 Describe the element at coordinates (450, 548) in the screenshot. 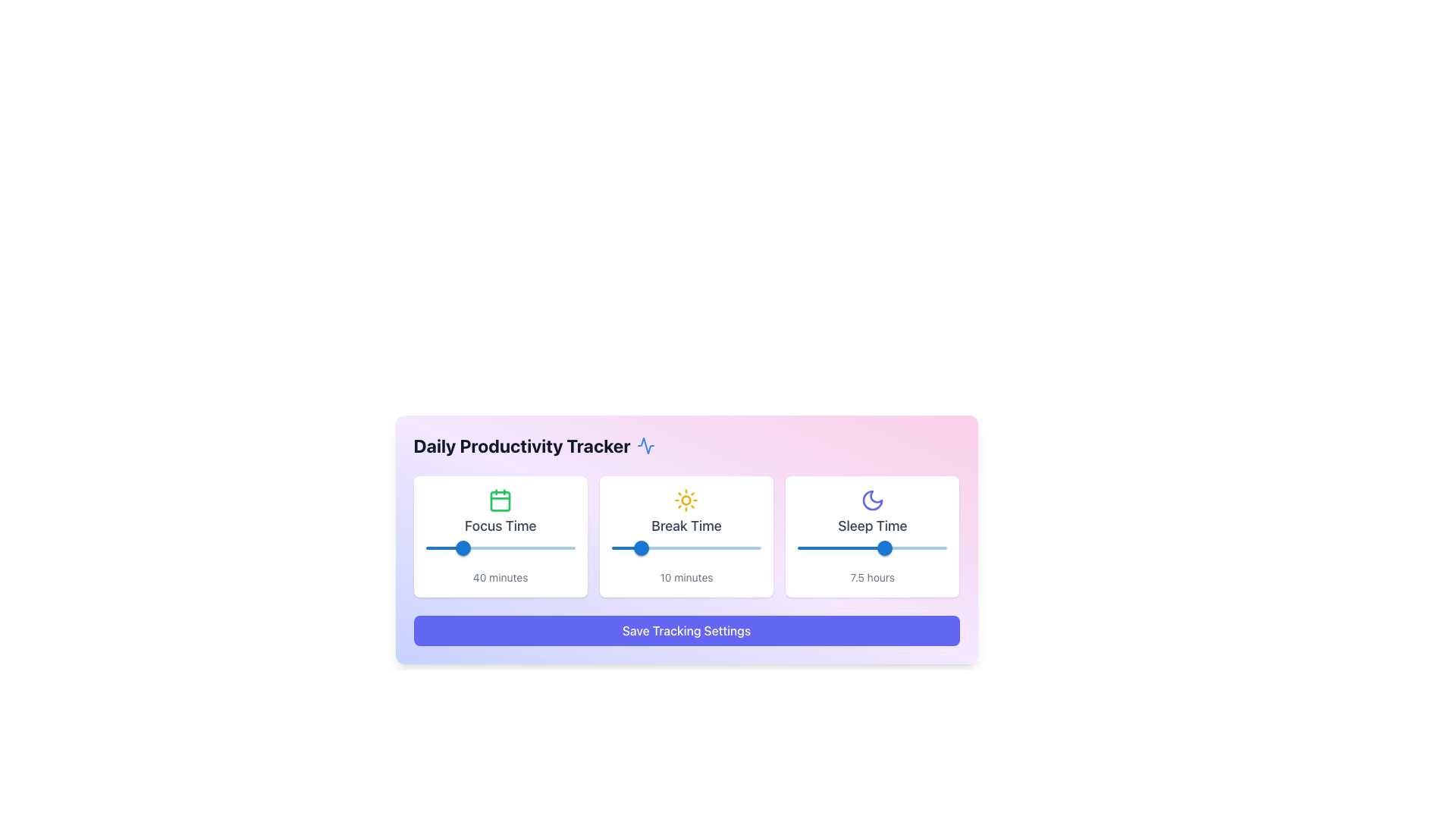

I see `the focus time` at that location.